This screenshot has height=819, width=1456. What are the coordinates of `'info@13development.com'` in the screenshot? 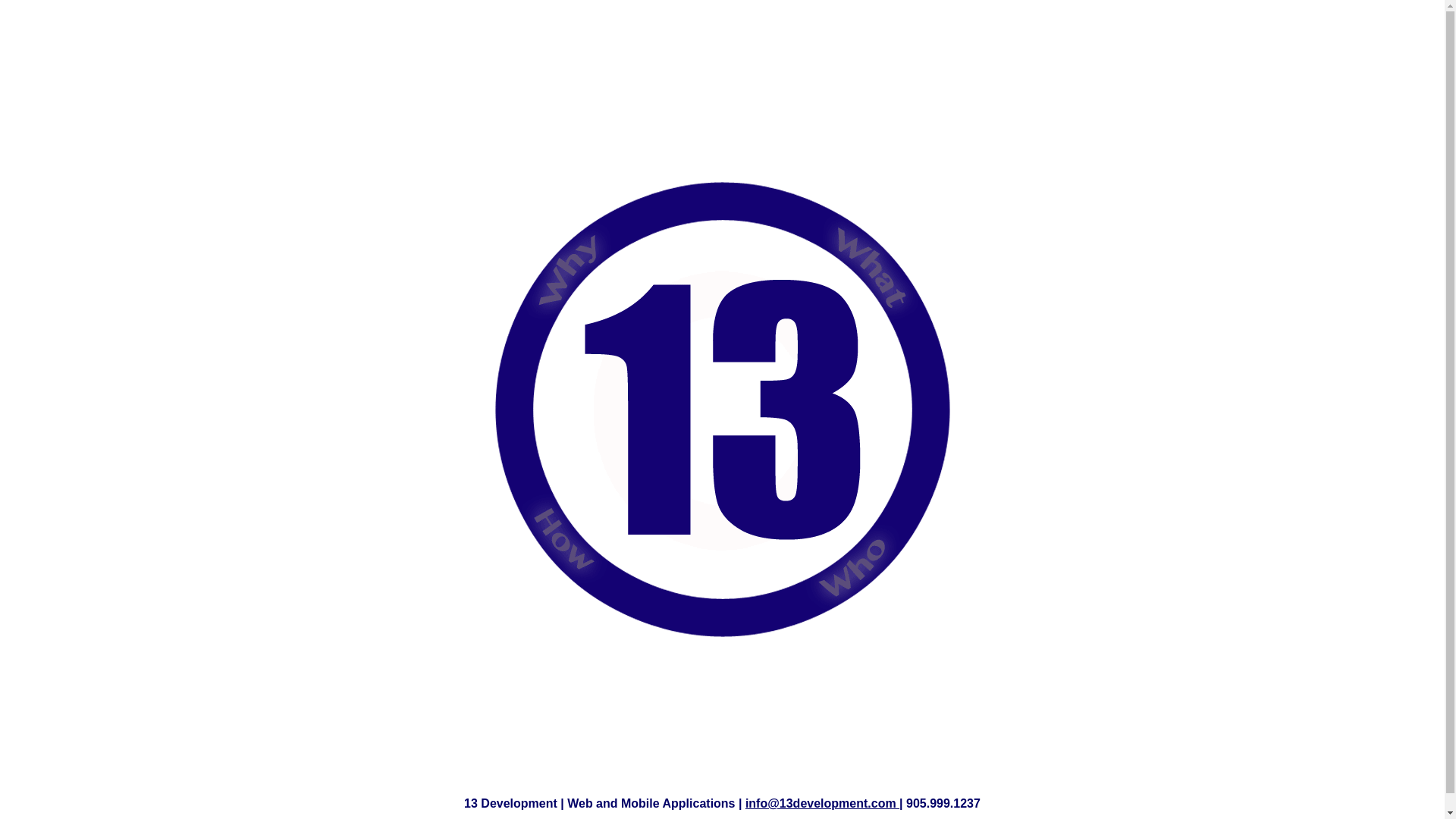 It's located at (821, 802).